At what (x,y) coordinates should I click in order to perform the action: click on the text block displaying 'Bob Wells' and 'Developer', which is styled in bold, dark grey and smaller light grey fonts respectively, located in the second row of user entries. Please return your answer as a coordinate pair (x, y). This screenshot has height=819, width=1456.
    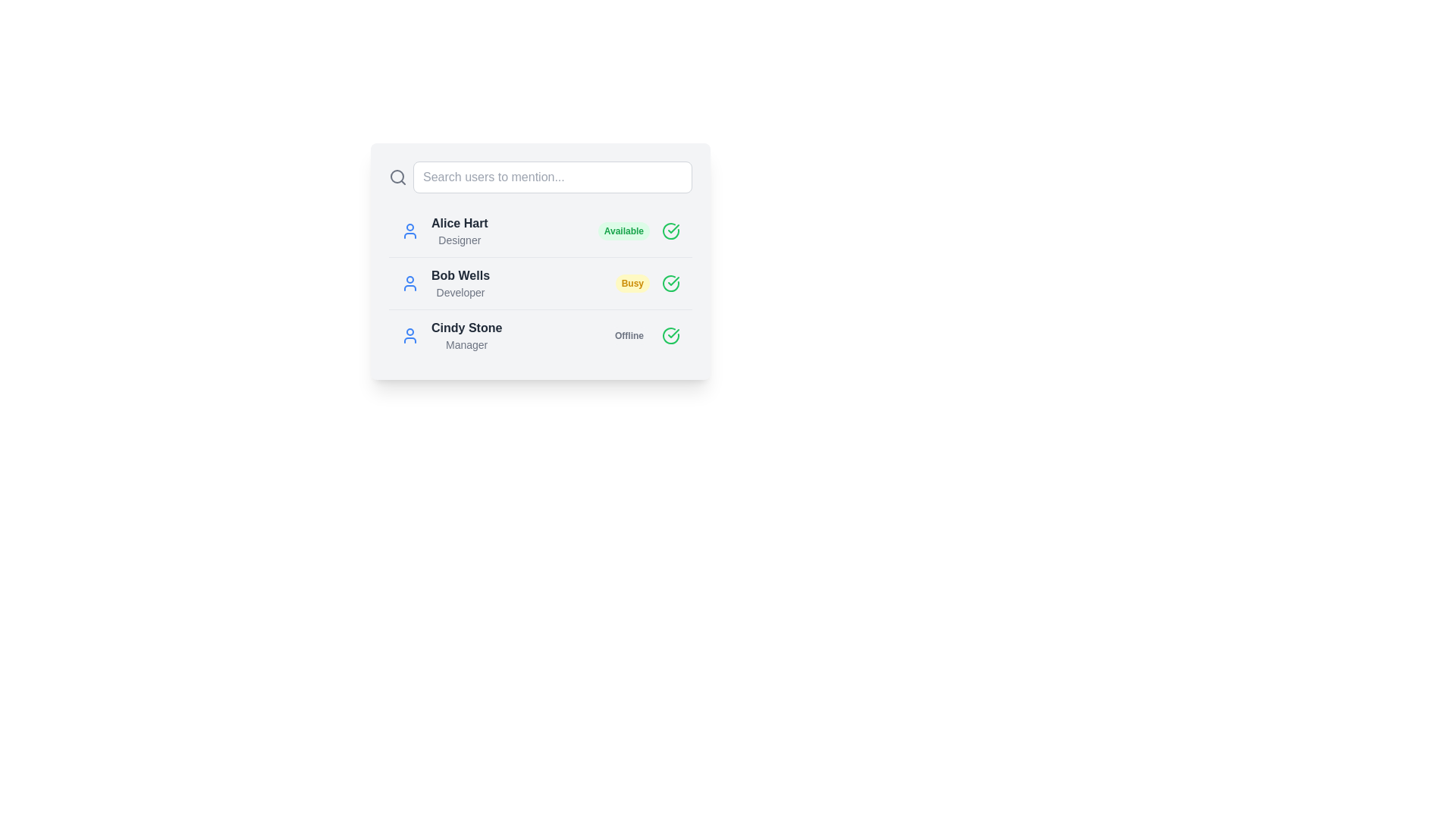
    Looking at the image, I should click on (460, 284).